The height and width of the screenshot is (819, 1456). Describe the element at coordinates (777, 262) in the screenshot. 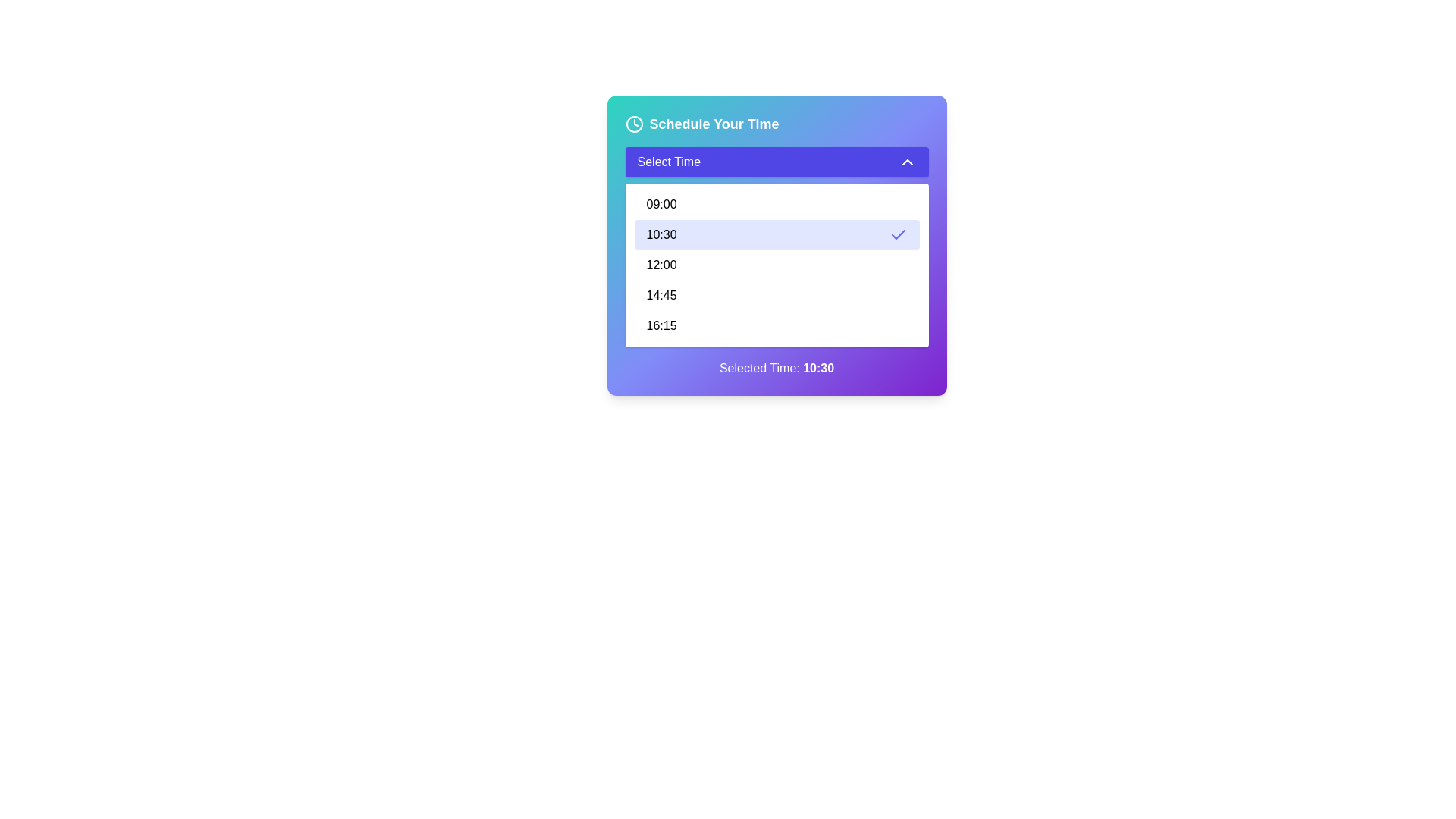

I see `the second option` at that location.